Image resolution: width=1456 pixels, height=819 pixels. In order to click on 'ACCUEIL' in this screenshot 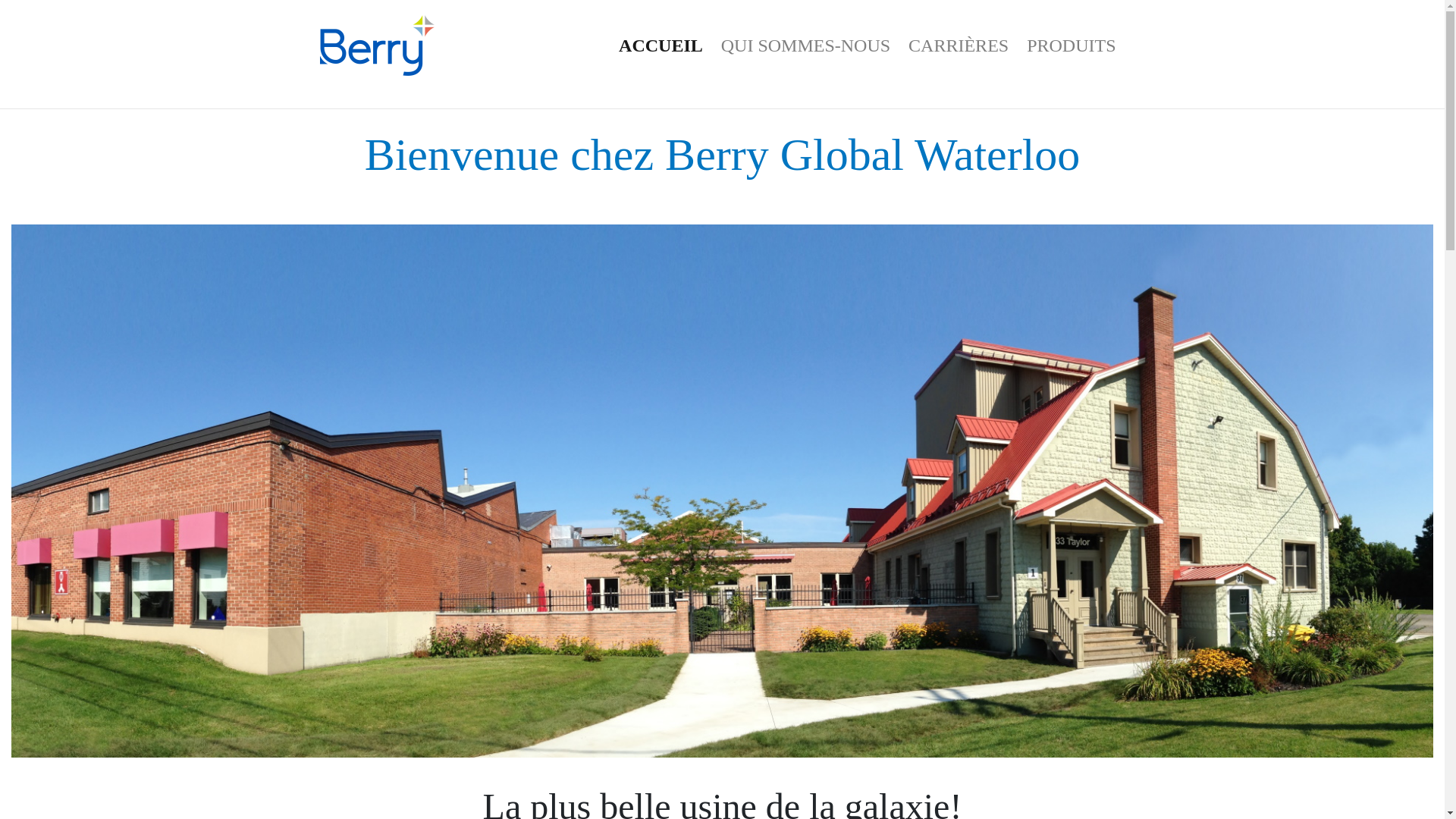, I will do `click(610, 45)`.